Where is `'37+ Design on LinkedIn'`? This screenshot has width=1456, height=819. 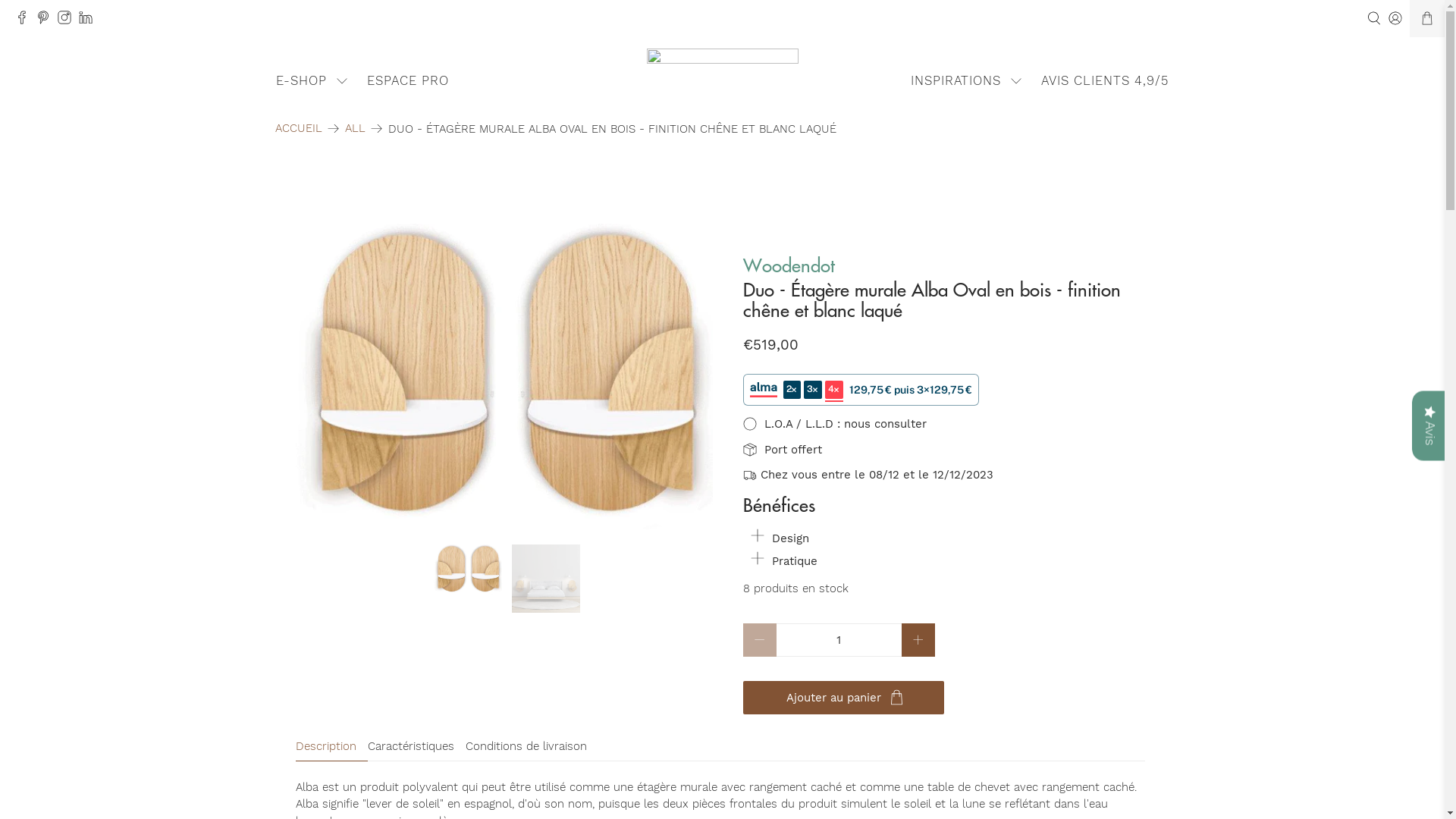 '37+ Design on LinkedIn' is located at coordinates (78, 20).